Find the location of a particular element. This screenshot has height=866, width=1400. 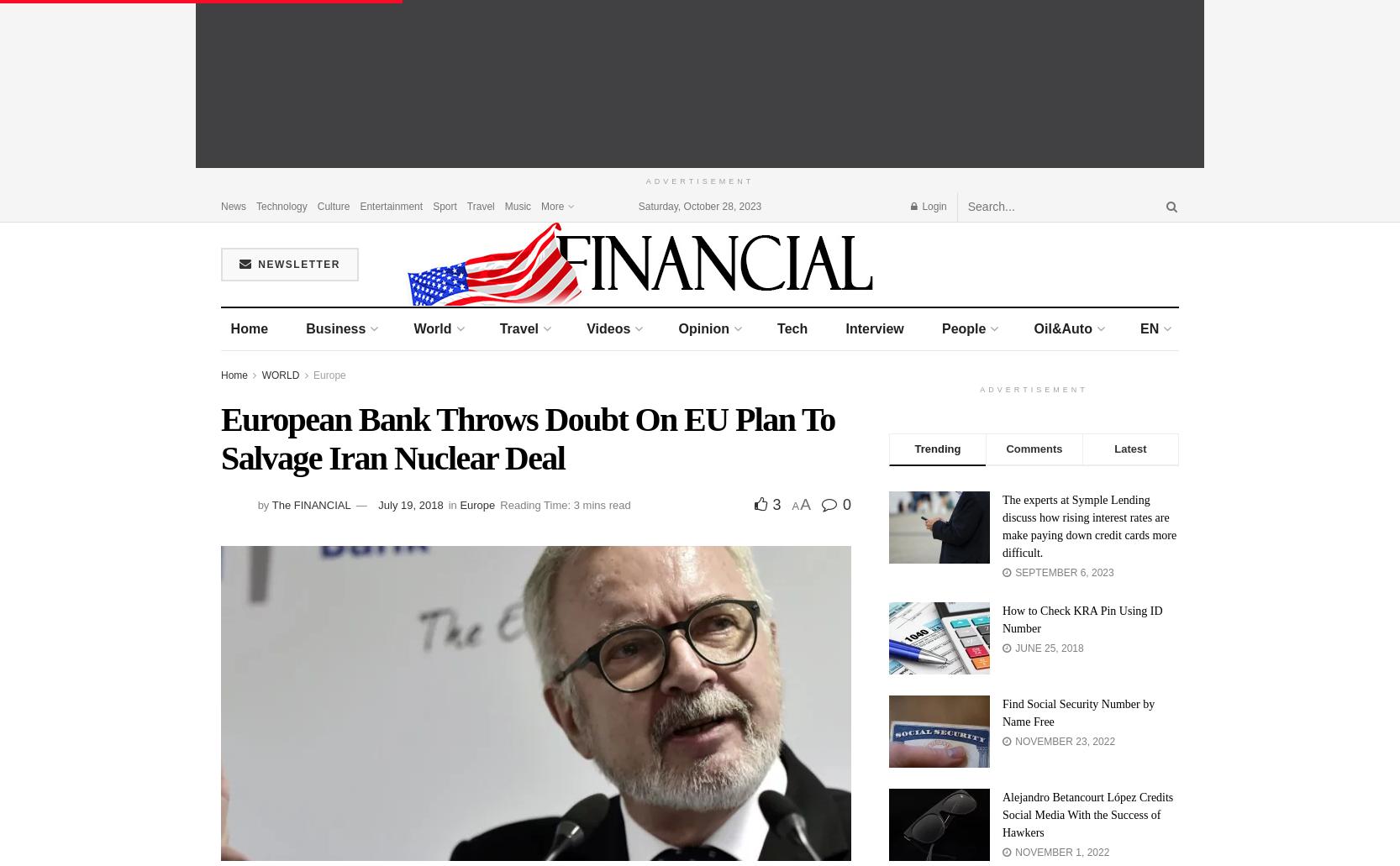

'Alejandro Betancourt López Credits Social Media With the Success of Hawkers' is located at coordinates (1087, 813).